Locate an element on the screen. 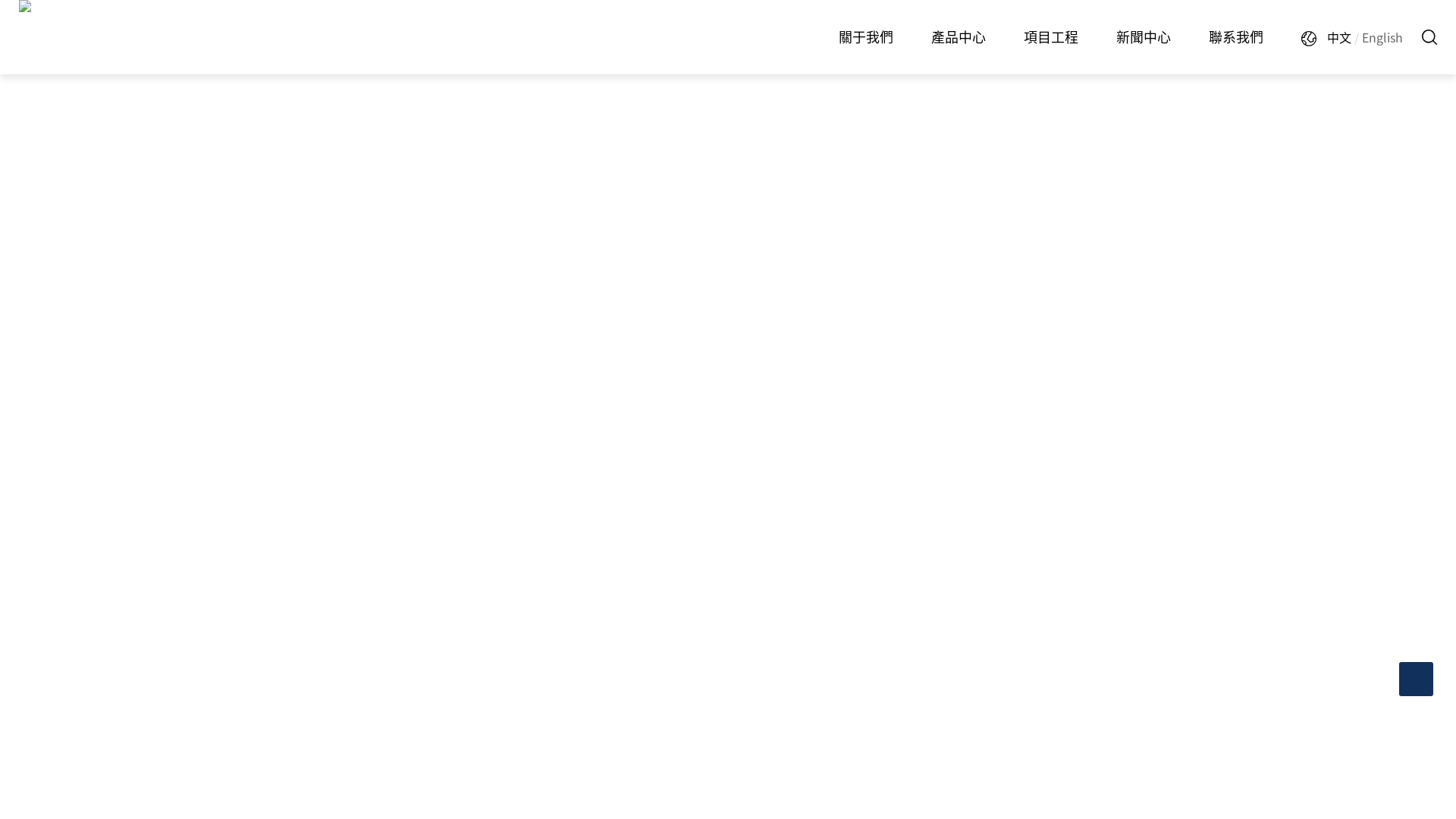 The height and width of the screenshot is (819, 1456). 'English' is located at coordinates (1382, 36).